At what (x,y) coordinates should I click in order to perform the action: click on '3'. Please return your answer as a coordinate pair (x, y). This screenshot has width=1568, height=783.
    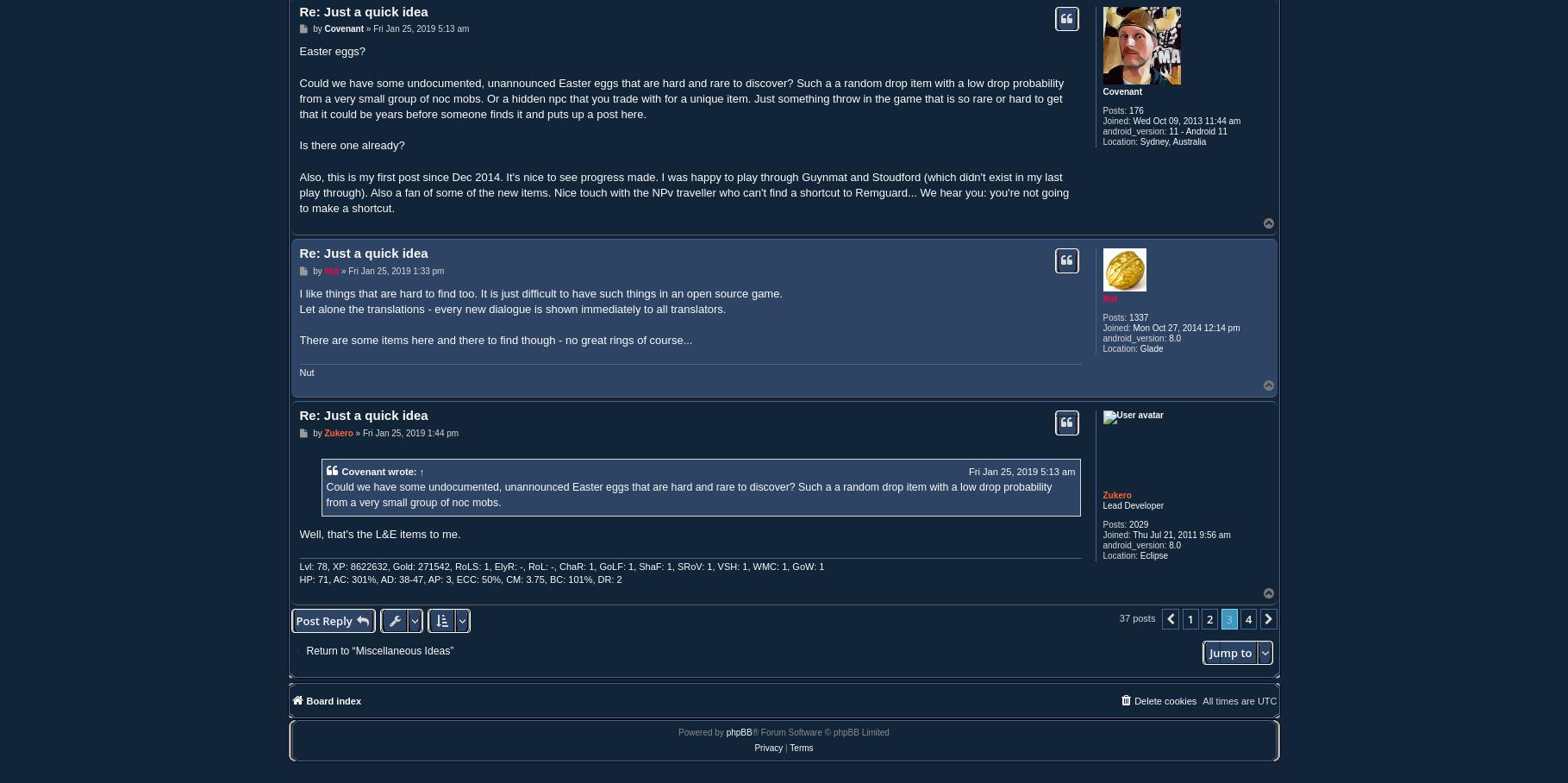
    Looking at the image, I should click on (1228, 617).